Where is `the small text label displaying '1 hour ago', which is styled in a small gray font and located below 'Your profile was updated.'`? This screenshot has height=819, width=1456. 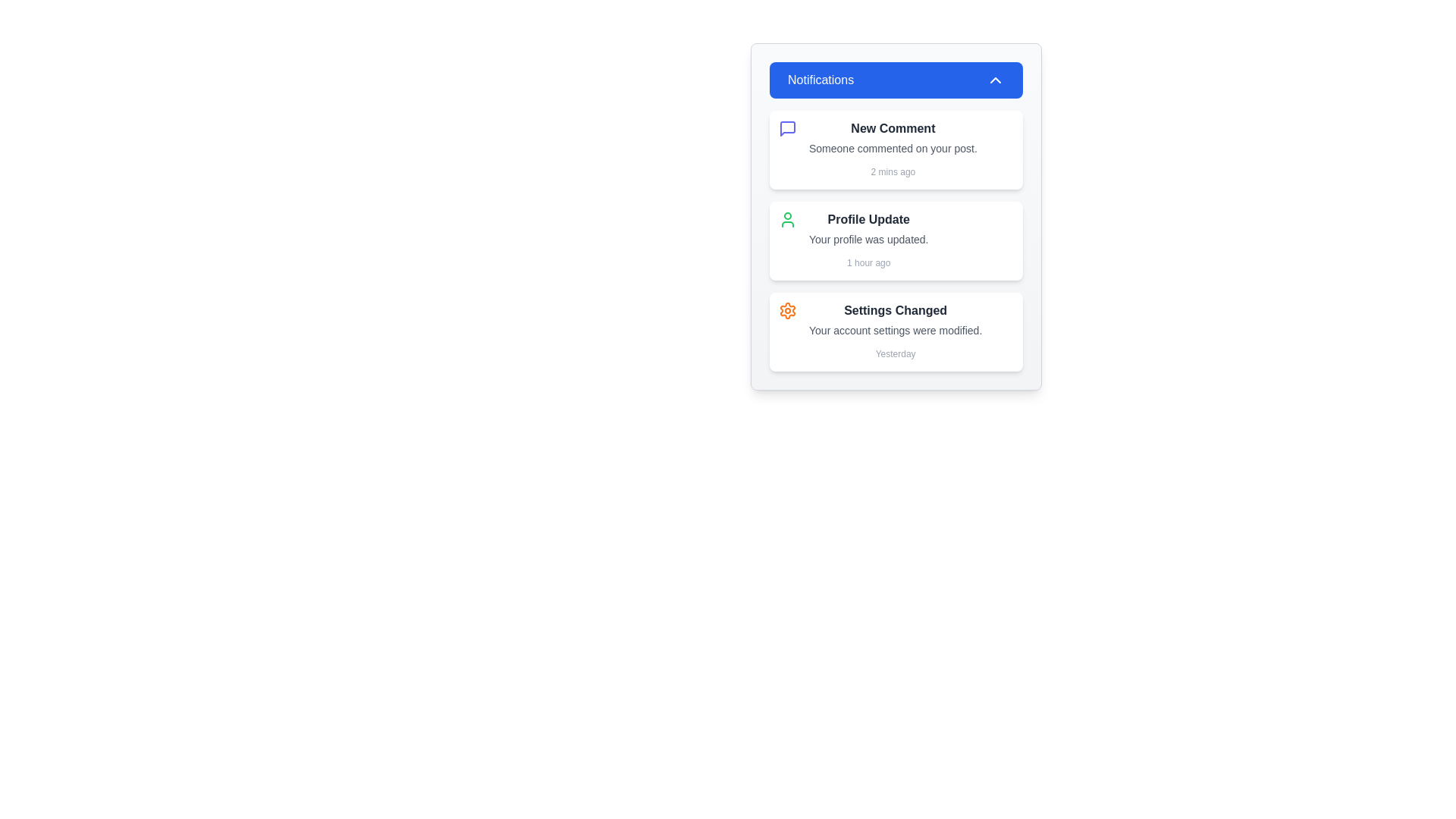
the small text label displaying '1 hour ago', which is styled in a small gray font and located below 'Your profile was updated.' is located at coordinates (868, 262).